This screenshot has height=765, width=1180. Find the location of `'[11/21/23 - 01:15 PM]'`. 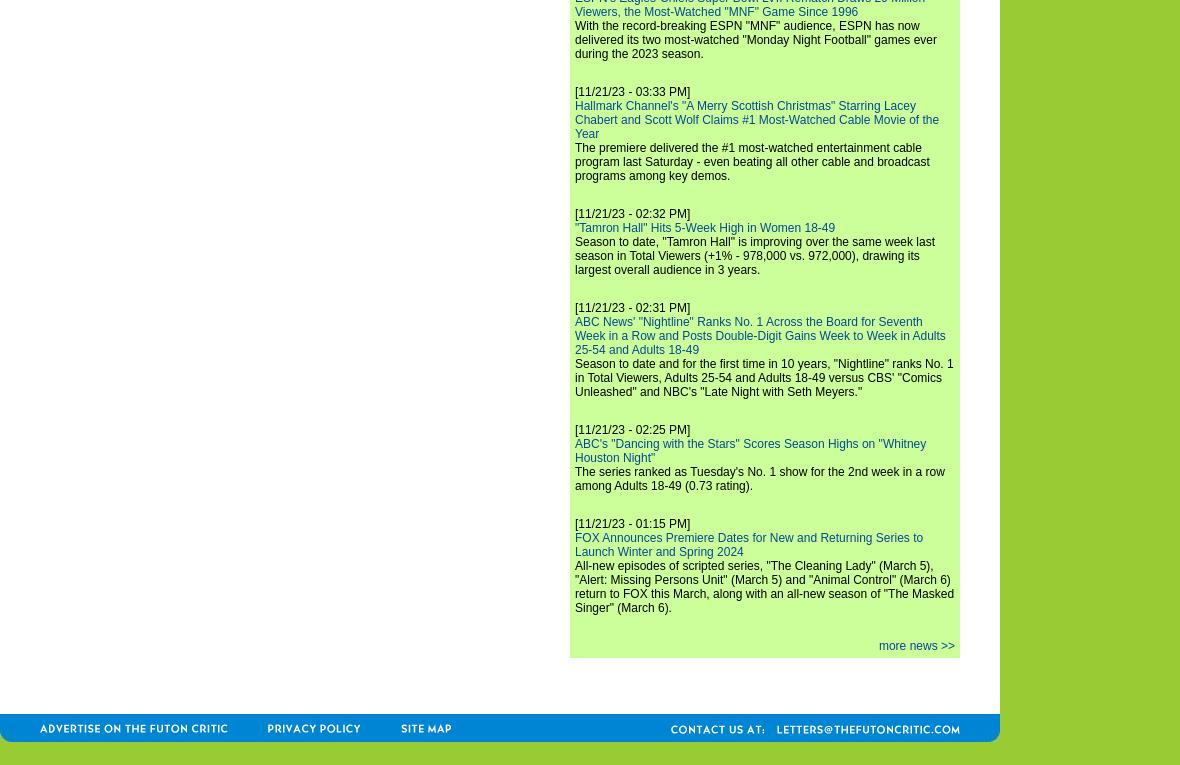

'[11/21/23 - 01:15 PM]' is located at coordinates (575, 523).